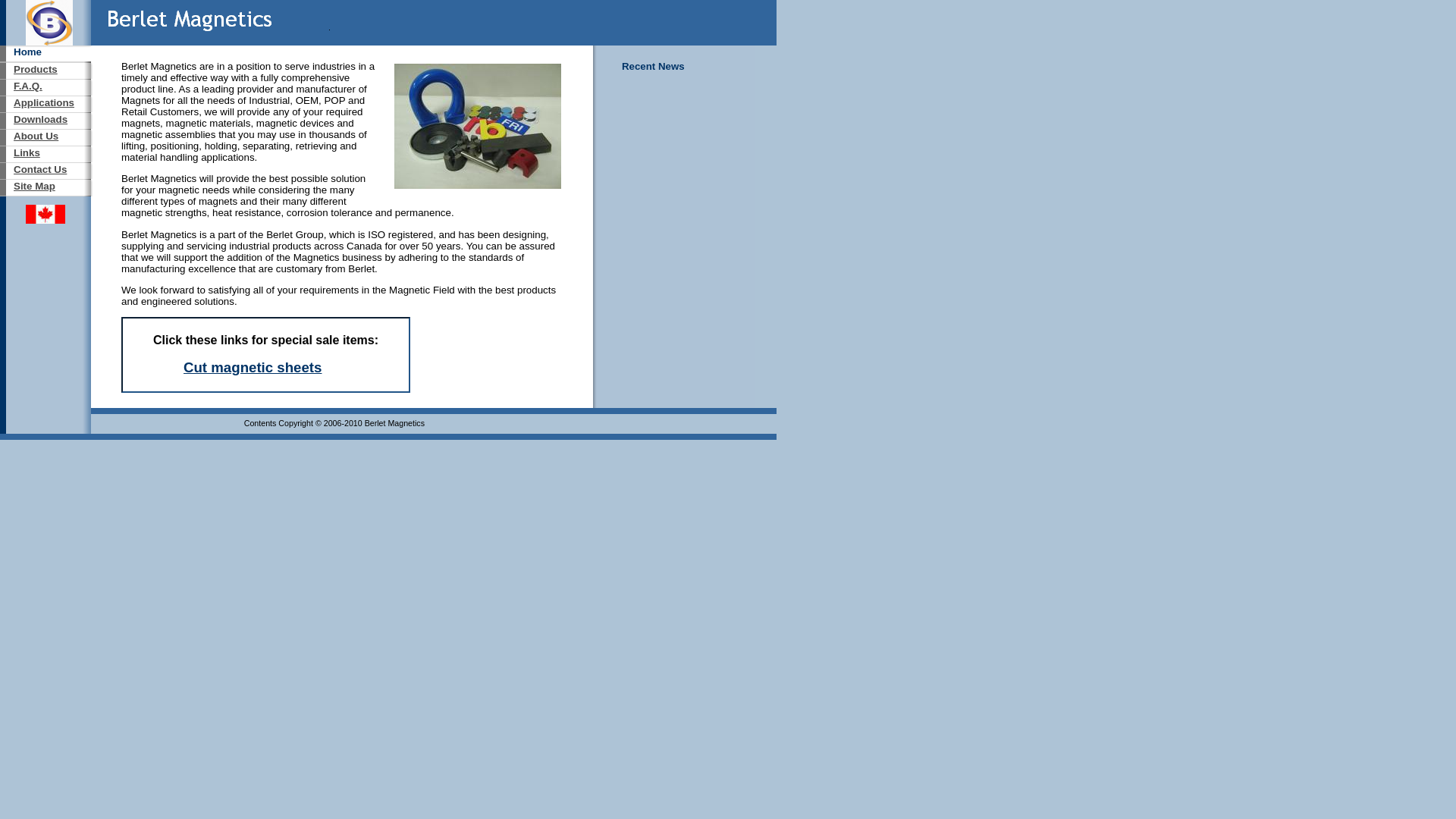 The image size is (1456, 819). I want to click on 'About Us', so click(36, 135).